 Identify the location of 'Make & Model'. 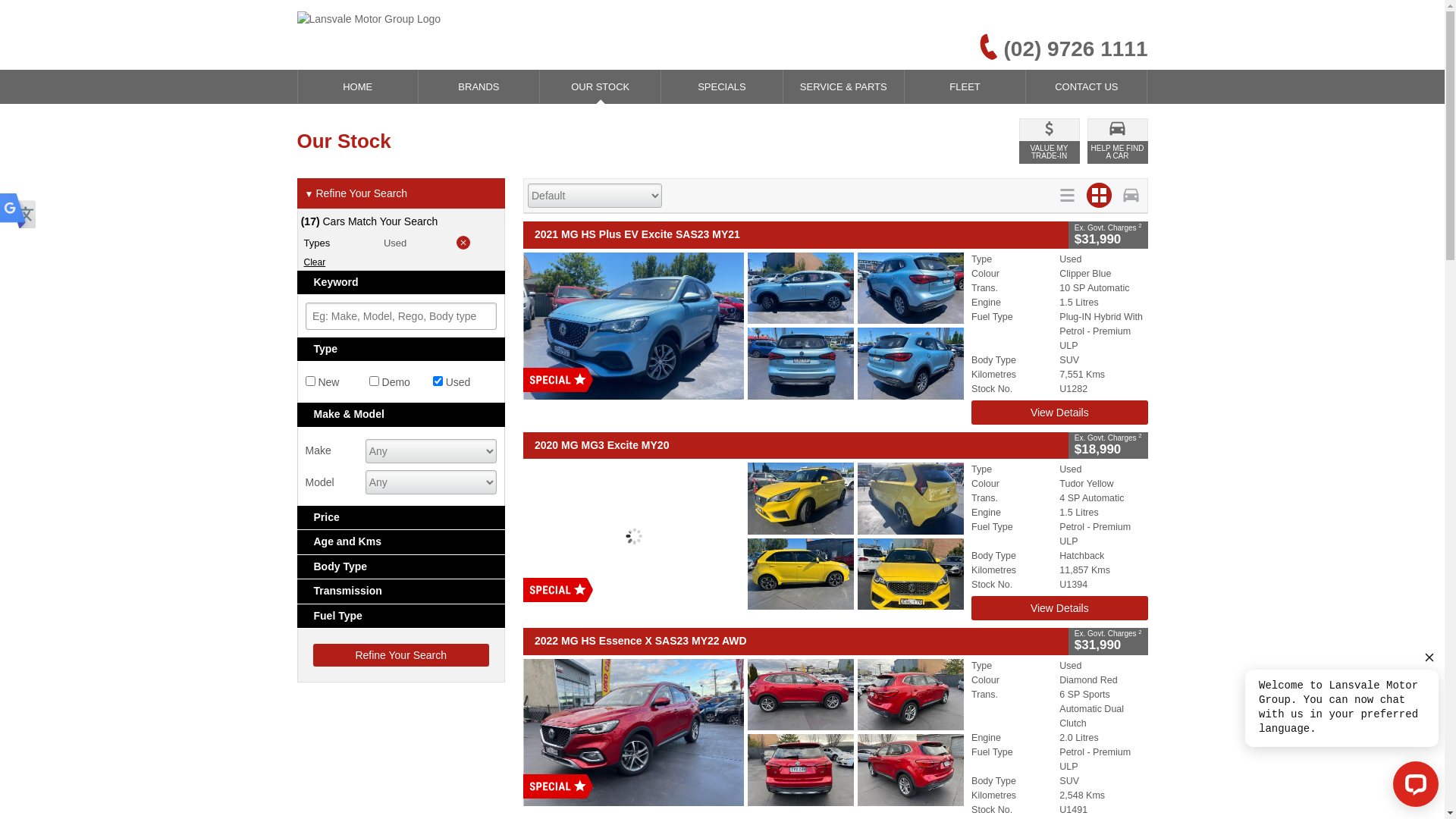
(401, 414).